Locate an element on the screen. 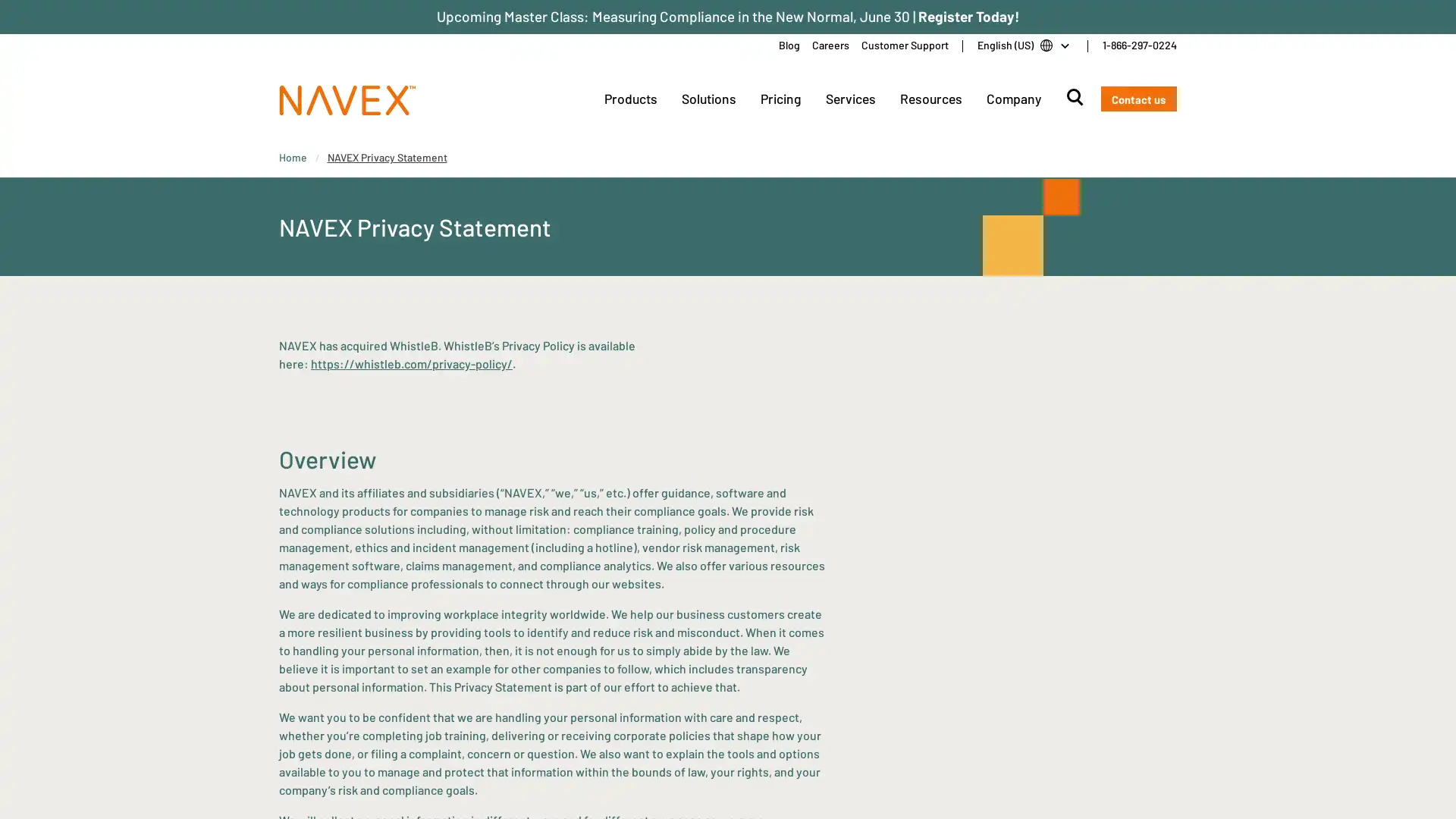  Resources is located at coordinates (930, 99).